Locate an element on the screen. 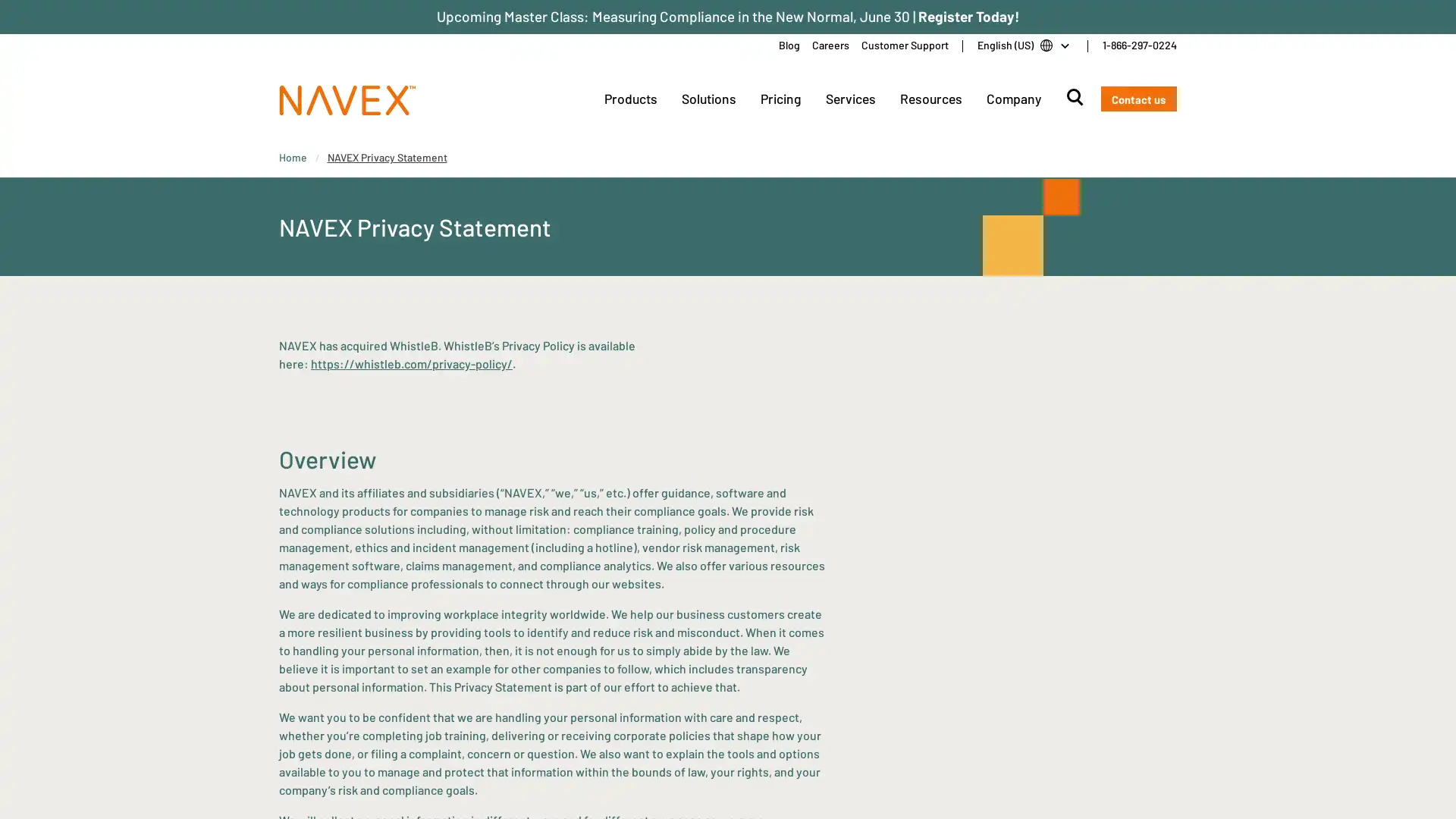  Resources is located at coordinates (930, 99).